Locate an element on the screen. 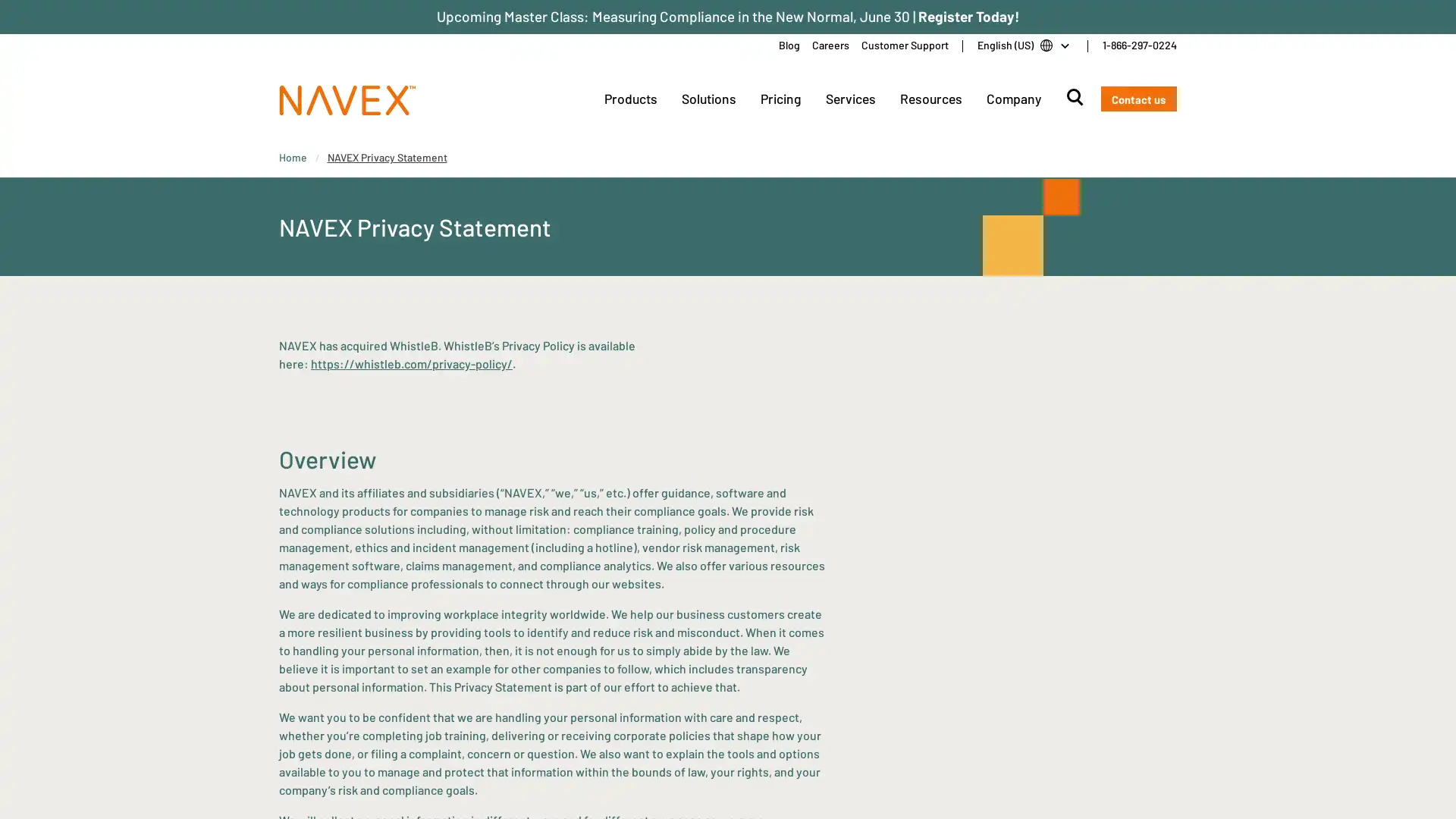  Resources is located at coordinates (930, 99).